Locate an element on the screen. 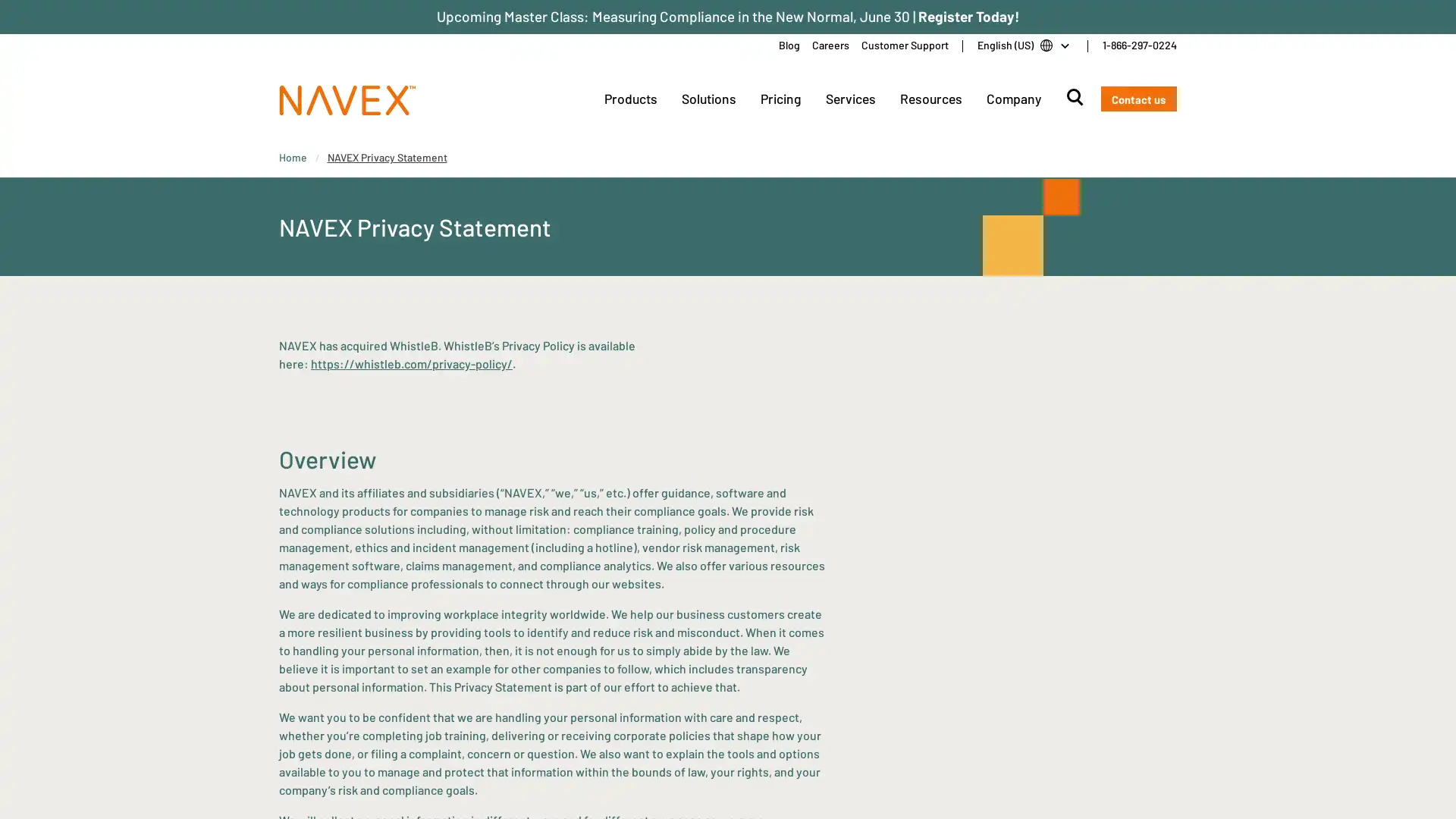  Resources is located at coordinates (930, 99).